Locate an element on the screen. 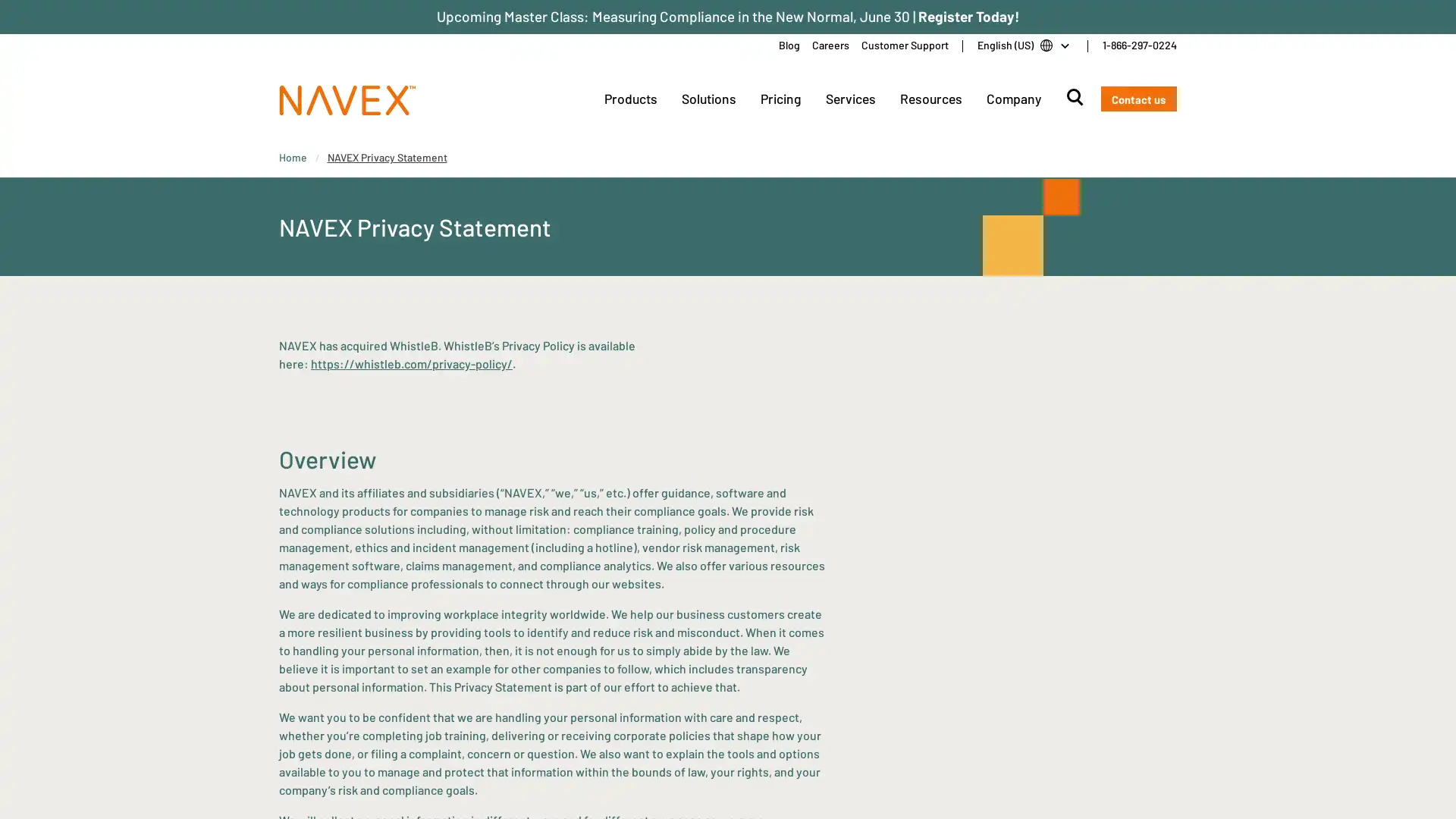  Resources is located at coordinates (930, 99).